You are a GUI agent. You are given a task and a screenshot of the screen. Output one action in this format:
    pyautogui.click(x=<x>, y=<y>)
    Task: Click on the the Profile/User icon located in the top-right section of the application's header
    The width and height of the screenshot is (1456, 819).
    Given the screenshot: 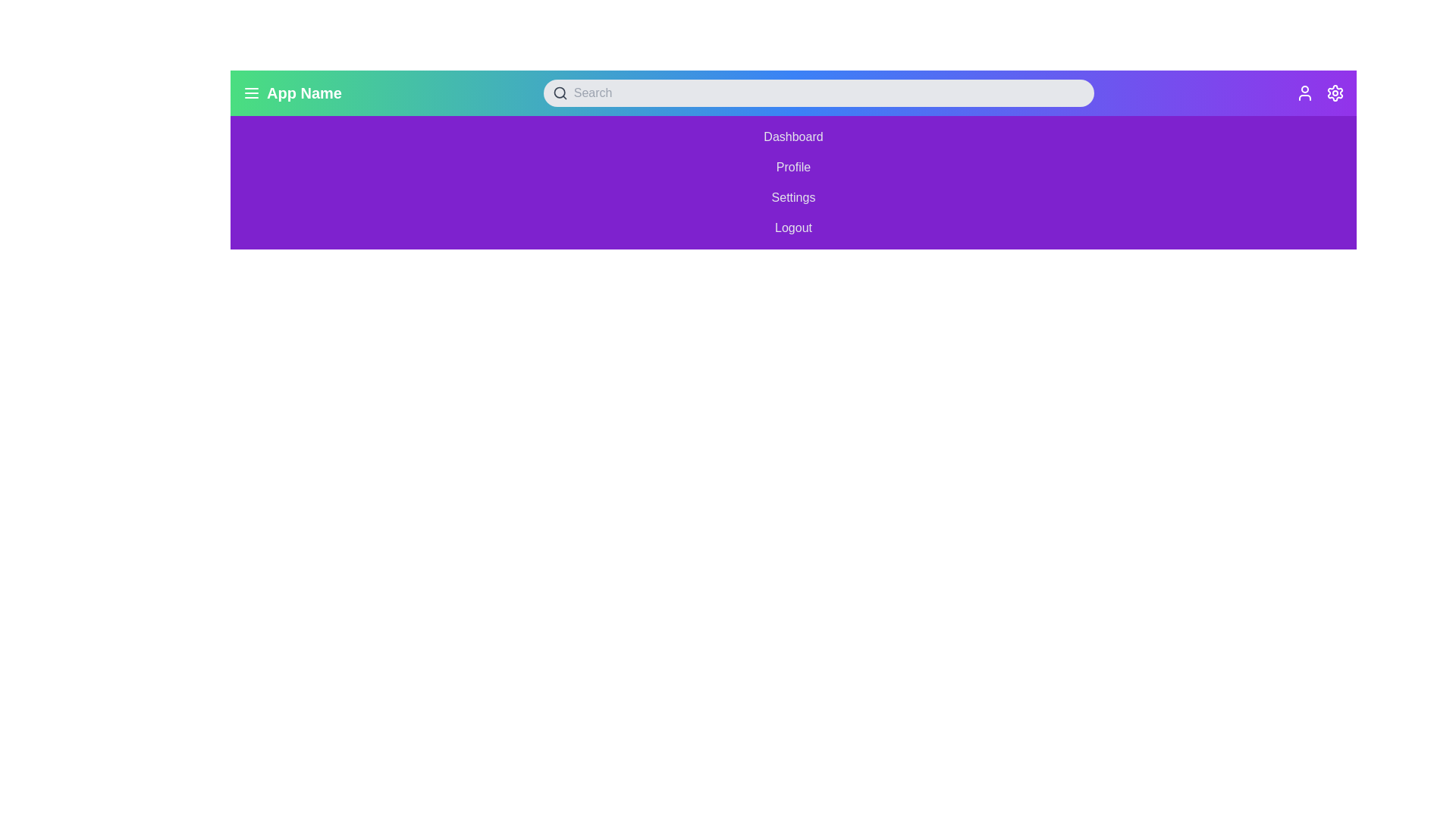 What is the action you would take?
    pyautogui.click(x=1304, y=93)
    